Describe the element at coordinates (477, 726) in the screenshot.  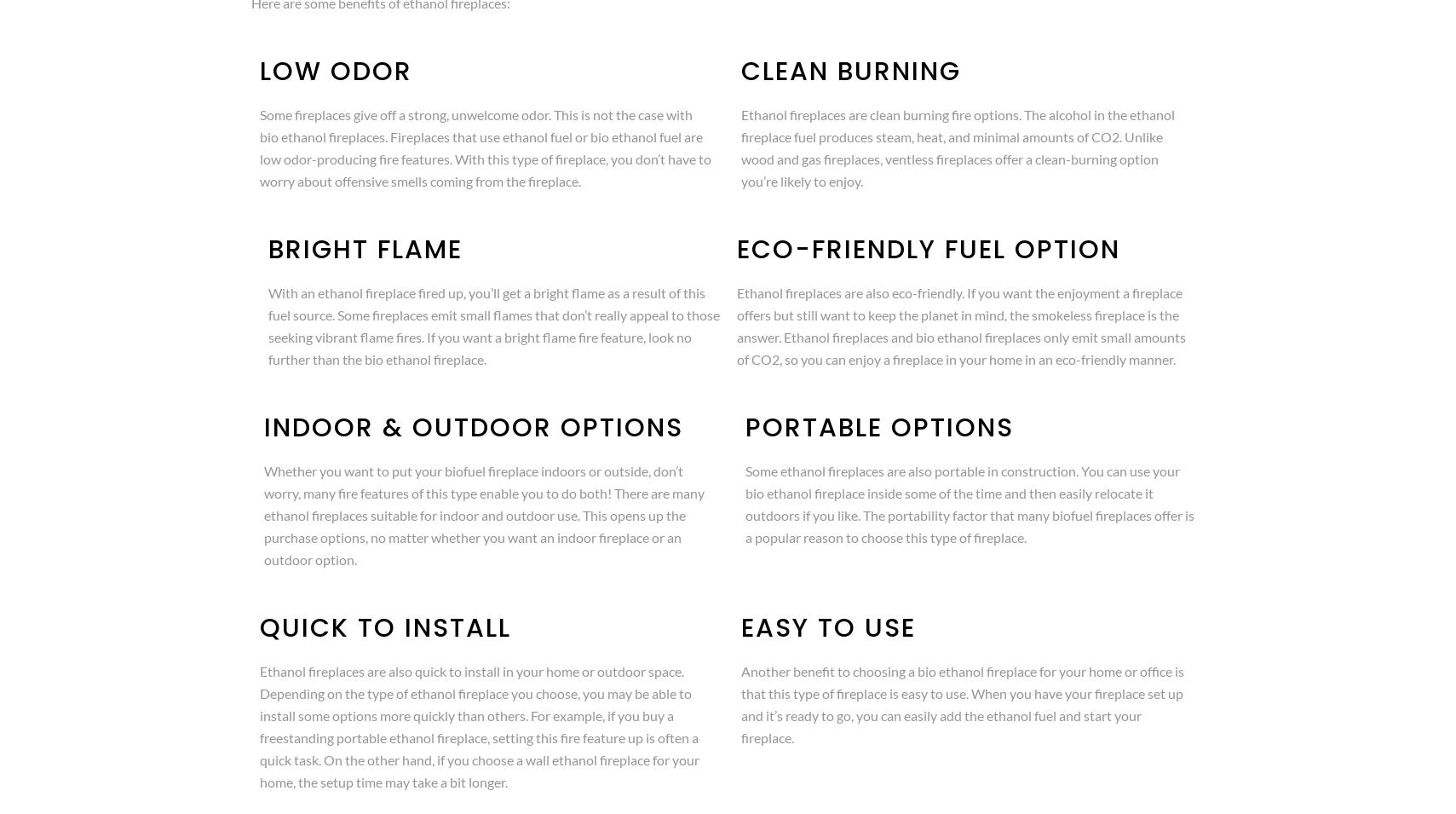
I see `'Ethanol fireplaces are also quick to install in your home or outdoor space. Depending on the type of ethanol fireplace you choose, you may be able to install some options more quickly than others. For example, if you buy a freestanding portable ethanol fireplace, setting this fire feature up is often a quick task. On the other hand, if you choose a wall ethanol fireplace for your home, the setup time may take a bit longer.'` at that location.